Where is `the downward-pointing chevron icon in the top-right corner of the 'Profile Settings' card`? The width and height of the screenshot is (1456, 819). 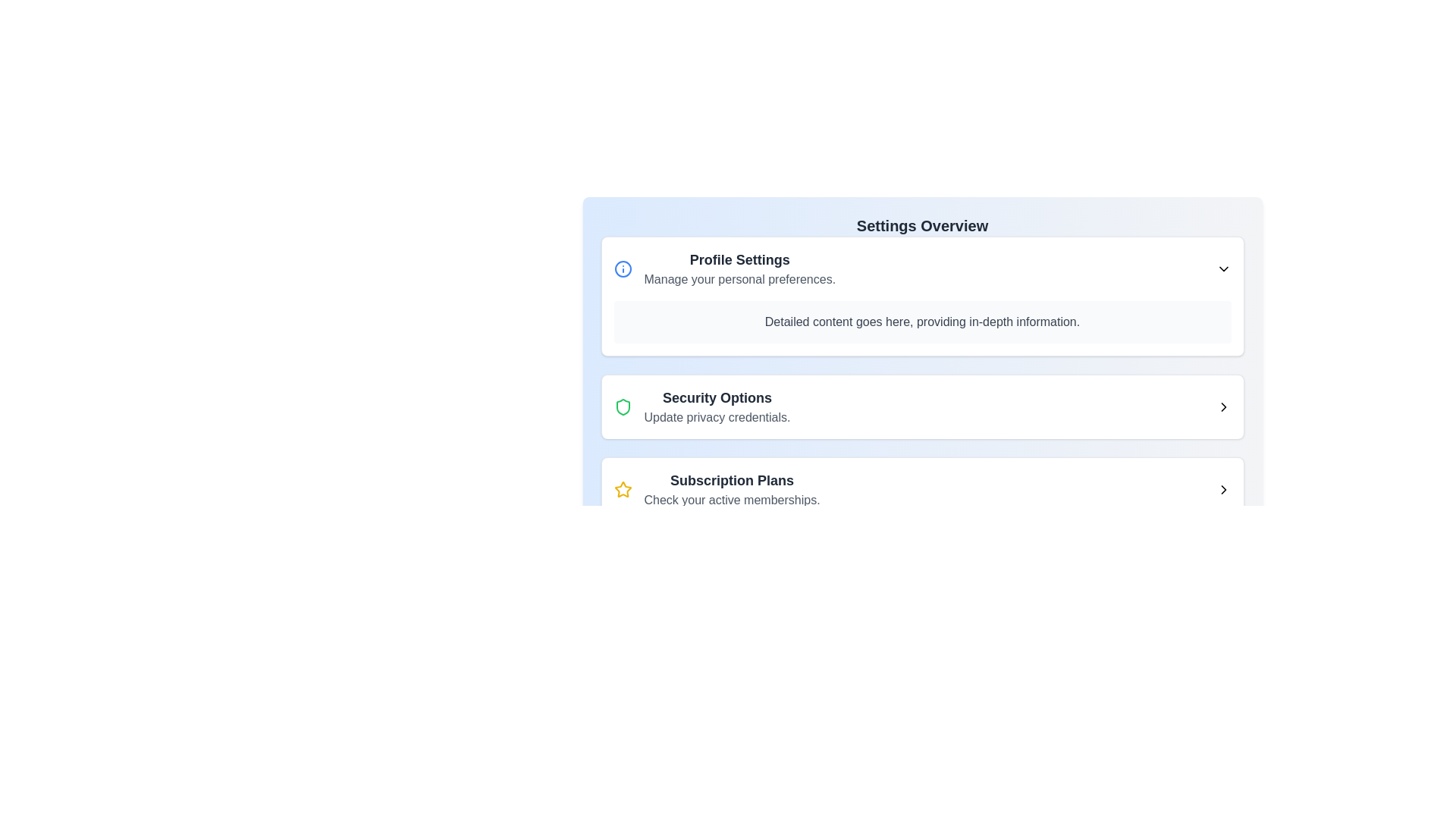
the downward-pointing chevron icon in the top-right corner of the 'Profile Settings' card is located at coordinates (1223, 268).